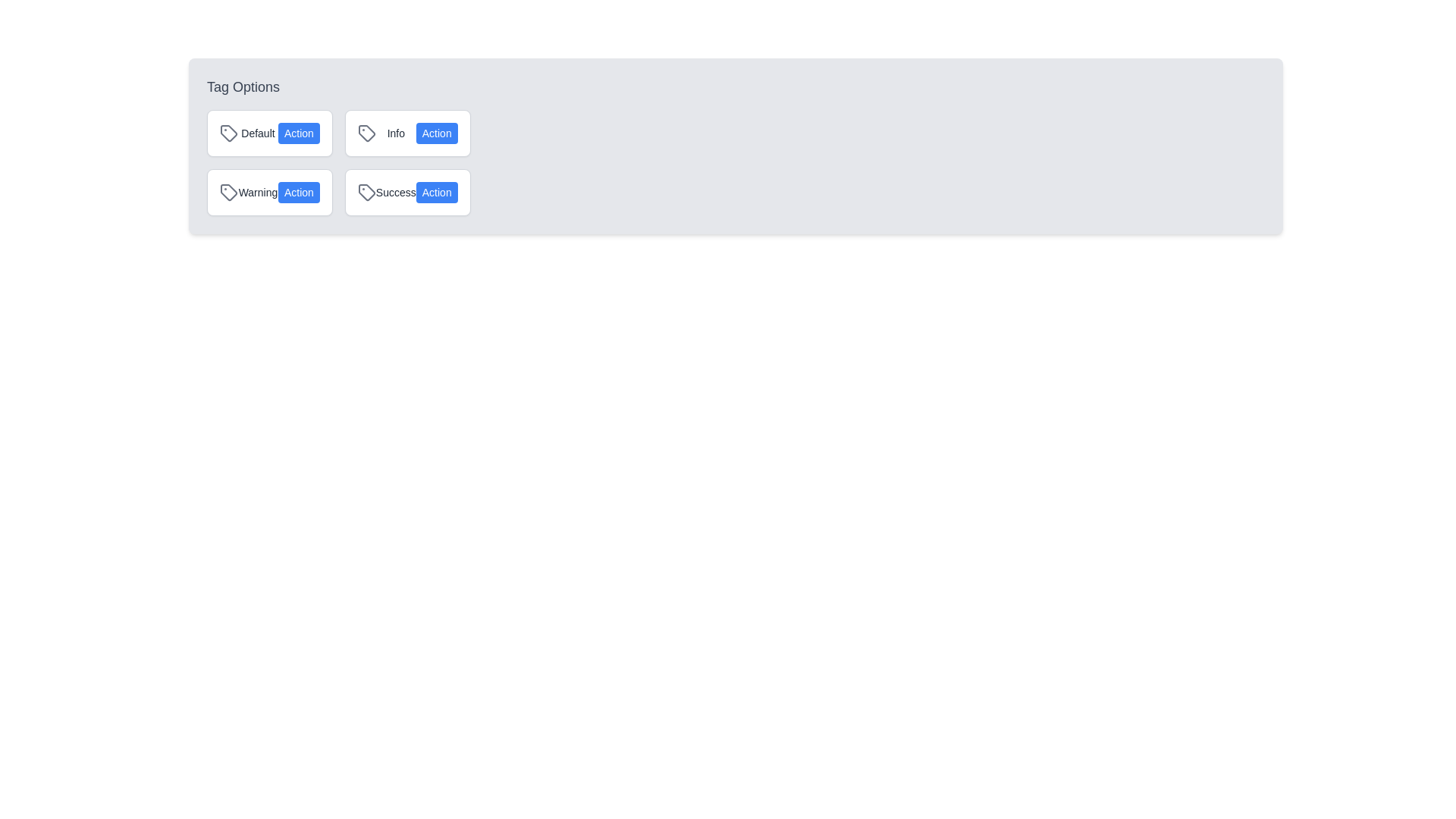 Image resolution: width=1456 pixels, height=819 pixels. What do you see at coordinates (396, 133) in the screenshot?
I see `the 'Info' label, which is a small gray text label positioned between a tag icon and a blue 'Action' button in the 'Tag Options' section` at bounding box center [396, 133].